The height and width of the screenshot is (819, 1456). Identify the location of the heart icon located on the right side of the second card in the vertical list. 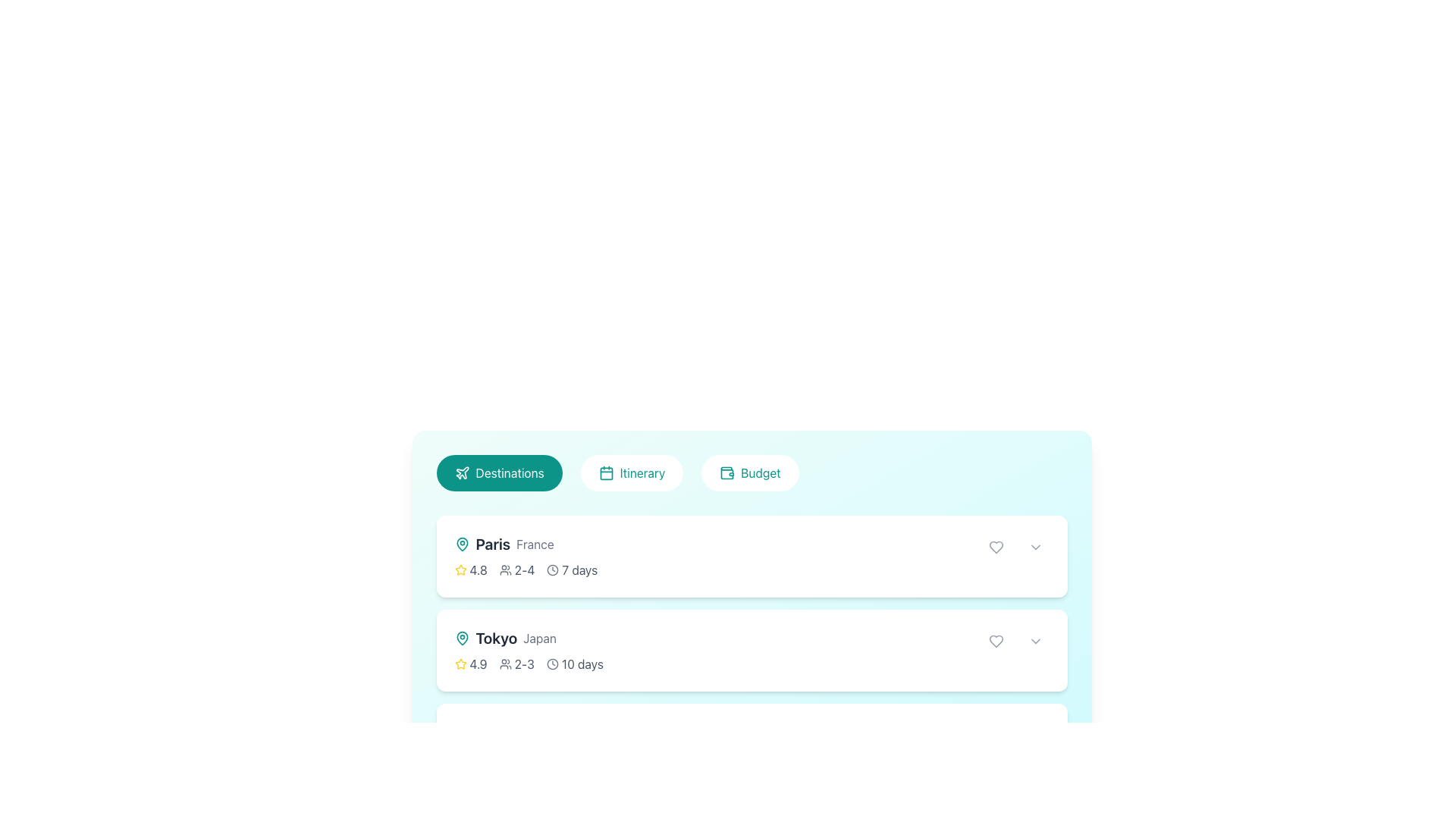
(996, 641).